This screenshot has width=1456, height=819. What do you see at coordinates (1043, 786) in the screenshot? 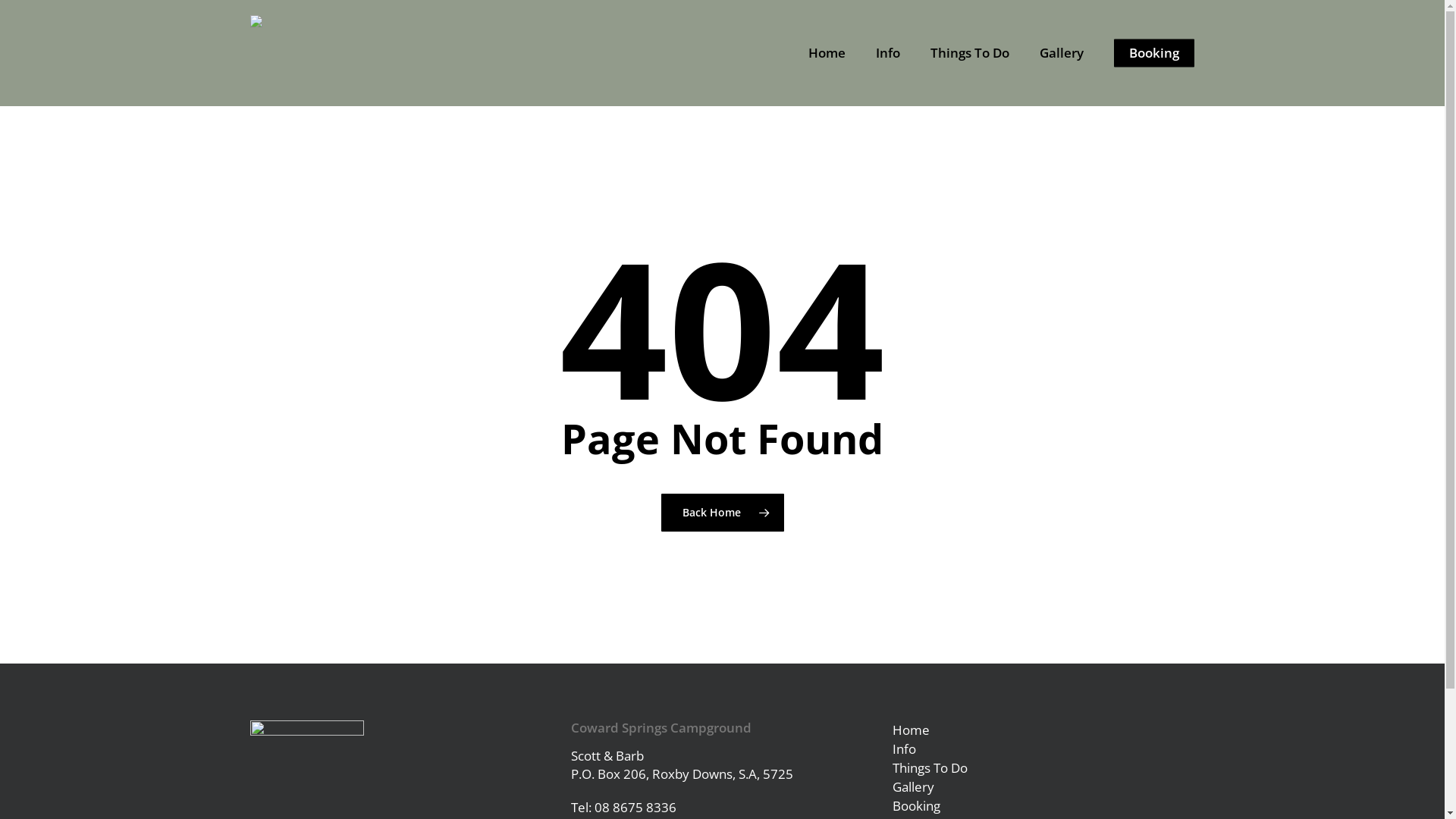
I see `'Gallery'` at bounding box center [1043, 786].